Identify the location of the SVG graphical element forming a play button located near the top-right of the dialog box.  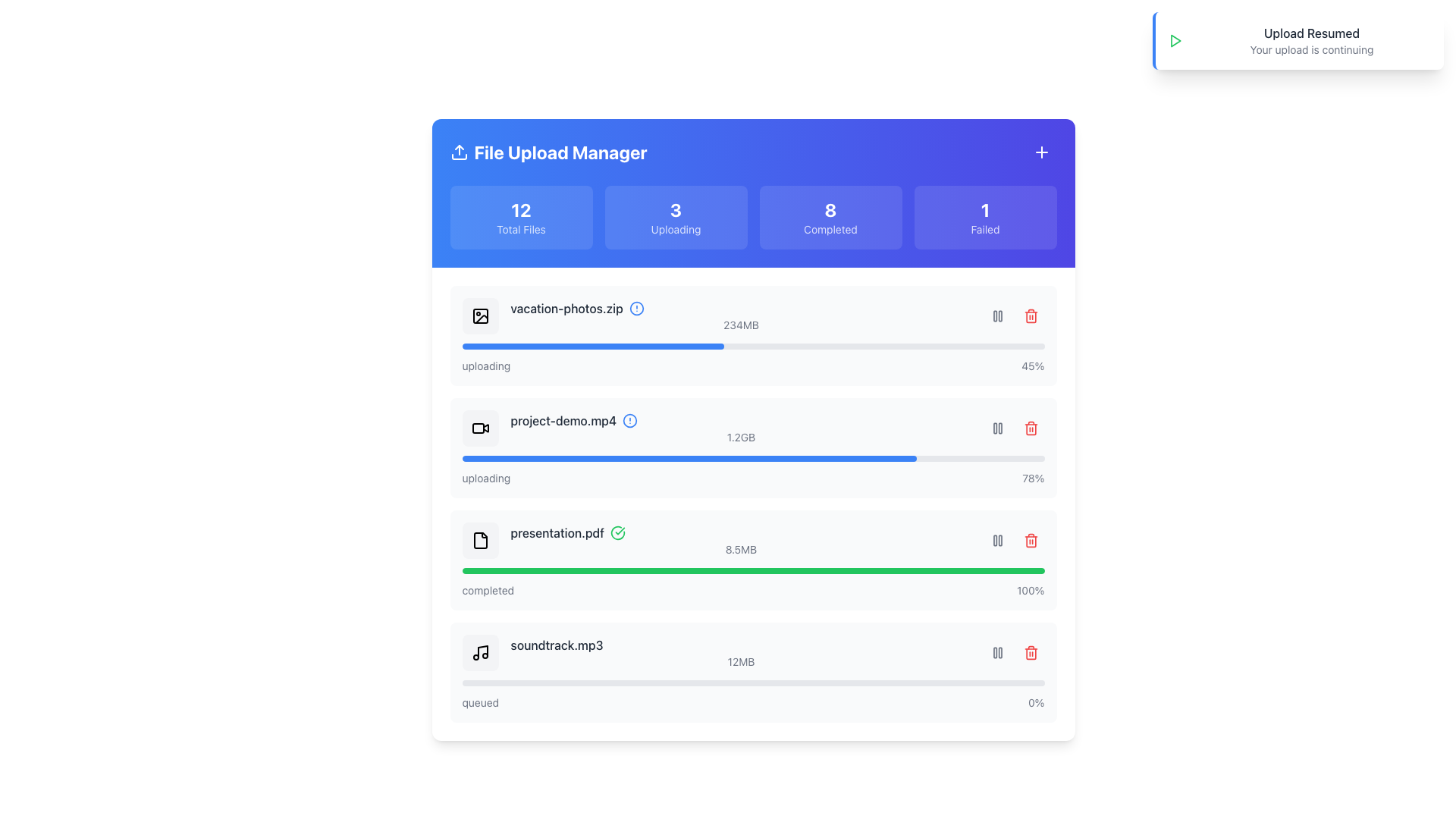
(1175, 40).